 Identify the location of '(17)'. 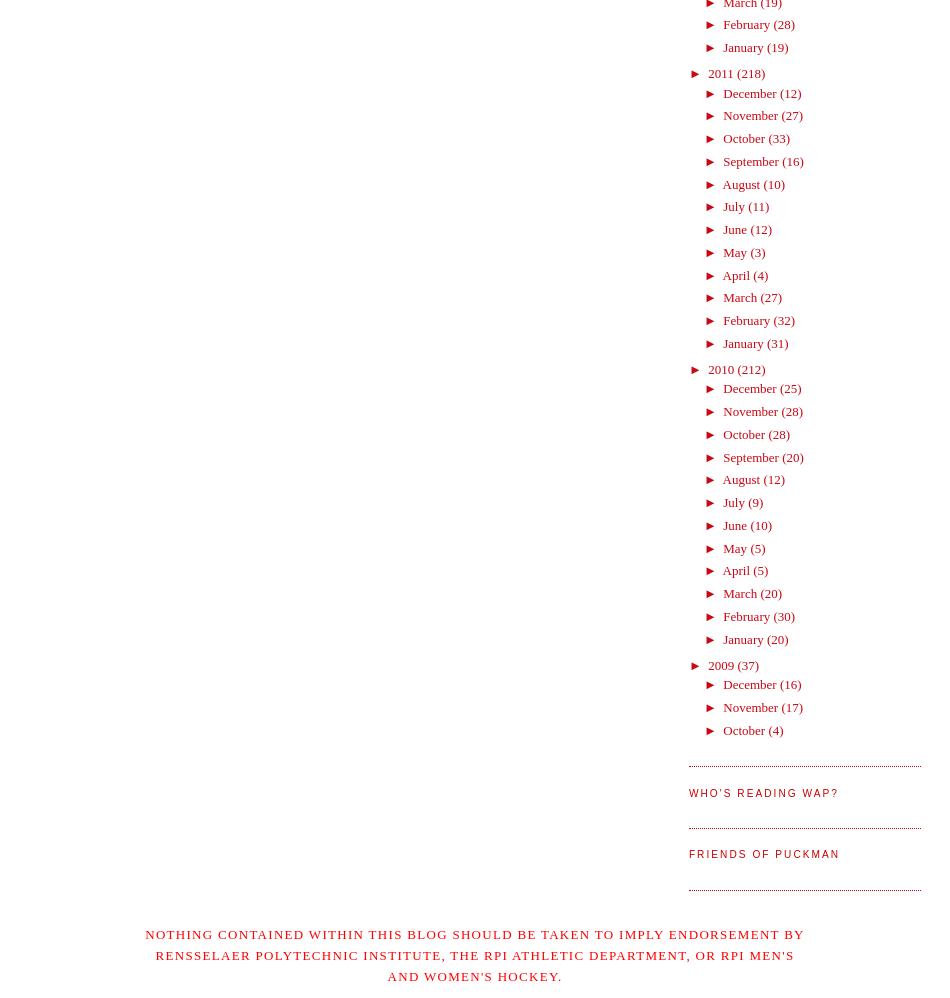
(791, 706).